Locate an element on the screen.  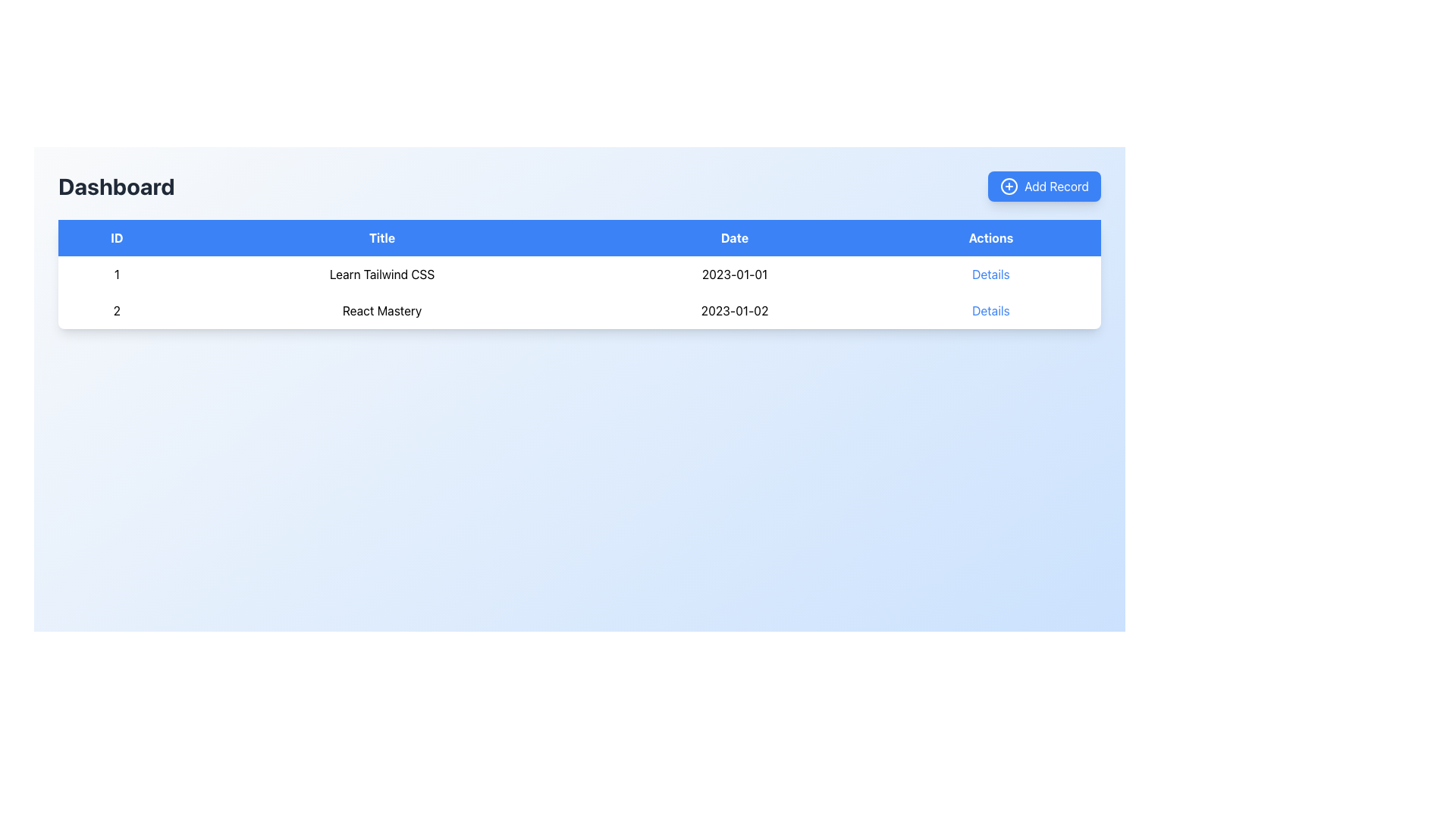
the static text label displaying the date '2023-01-02' located in the third column of the second row in the data table is located at coordinates (735, 309).